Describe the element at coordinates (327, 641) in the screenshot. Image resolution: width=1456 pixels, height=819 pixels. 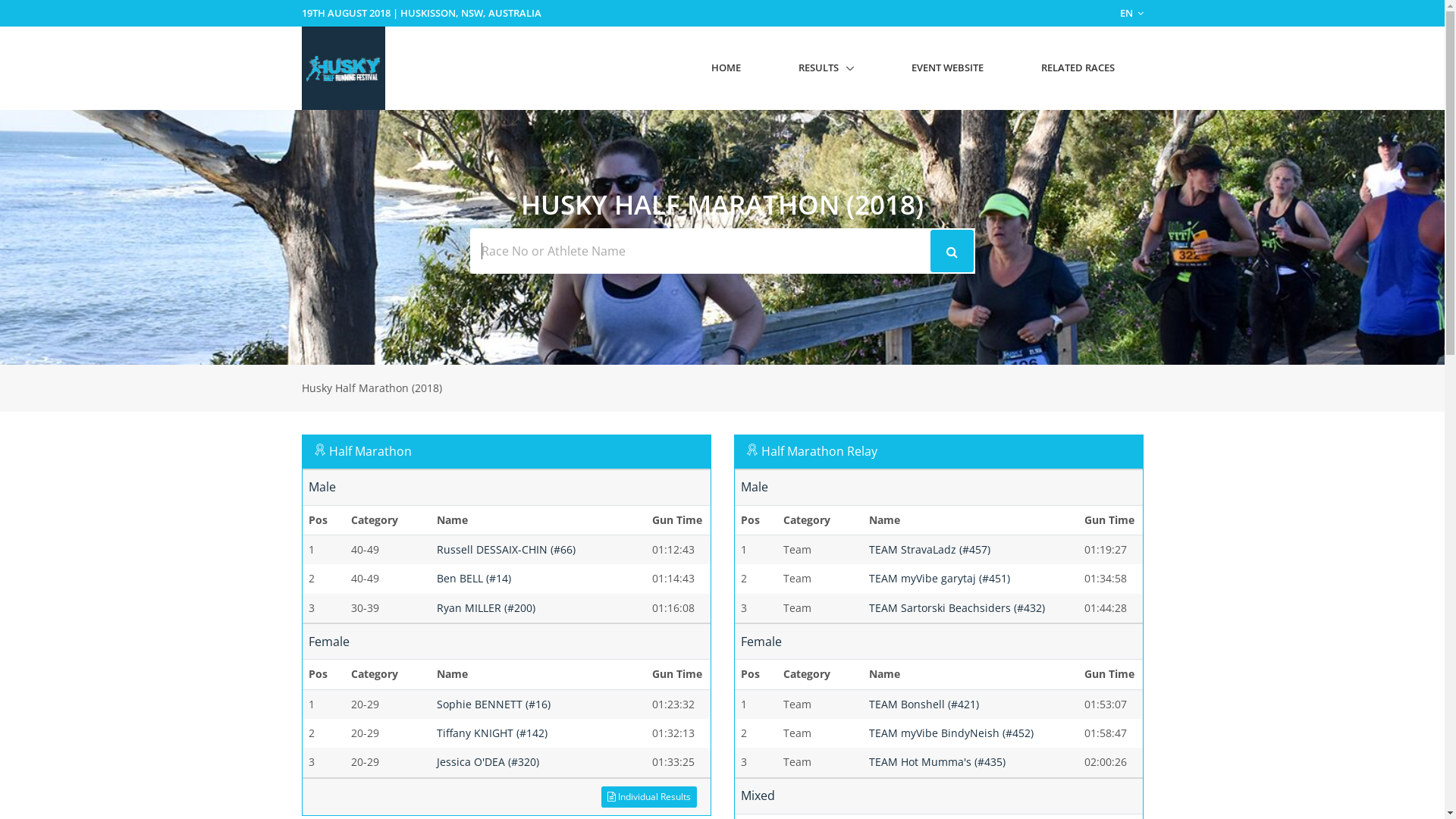
I see `'Female'` at that location.